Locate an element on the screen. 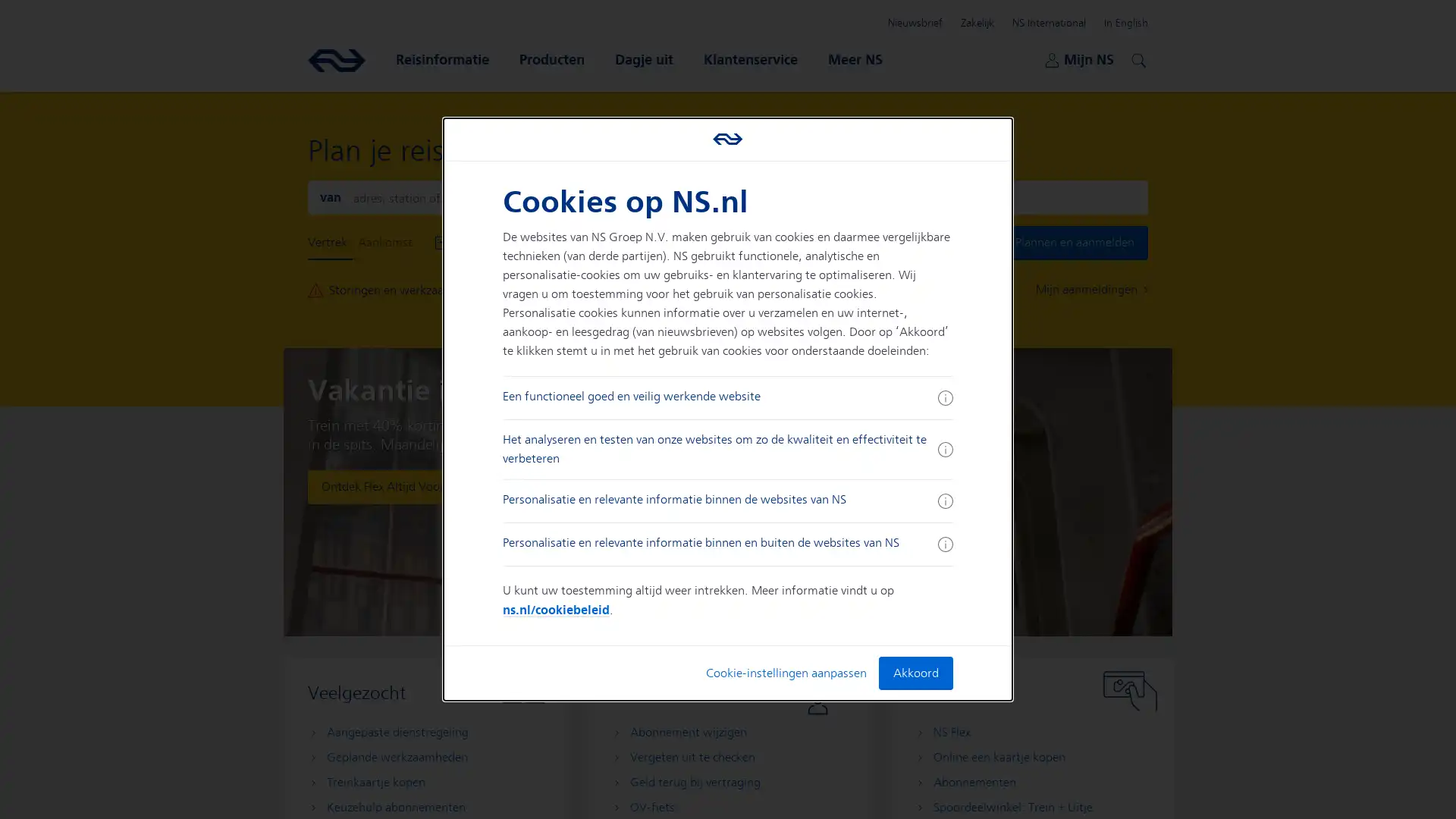 The image size is (1456, 819). Meer informatie ingeklapt is located at coordinates (944, 543).